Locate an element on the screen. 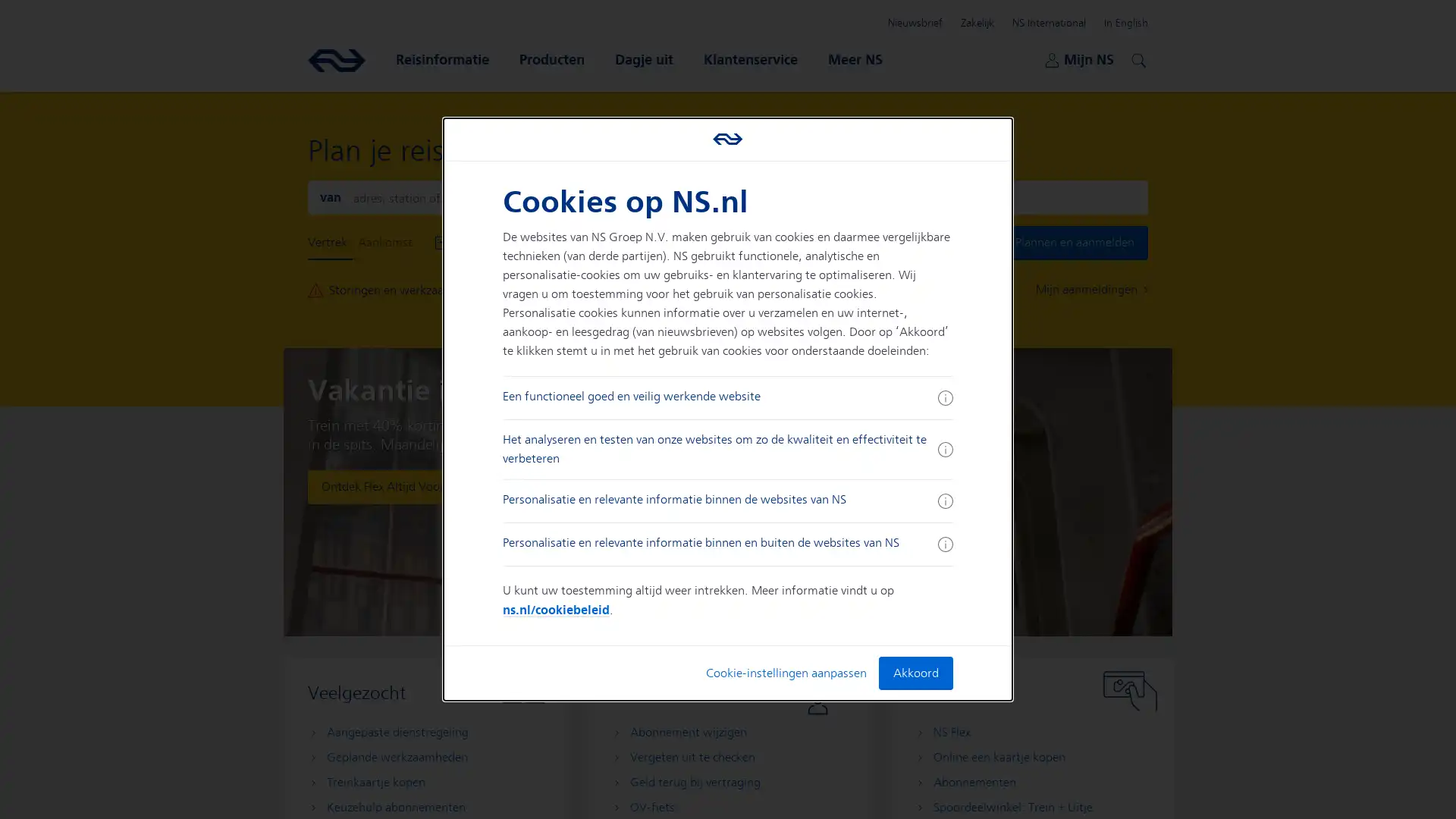 The image size is (1456, 819). Meer informatie ingeklapt is located at coordinates (944, 543).